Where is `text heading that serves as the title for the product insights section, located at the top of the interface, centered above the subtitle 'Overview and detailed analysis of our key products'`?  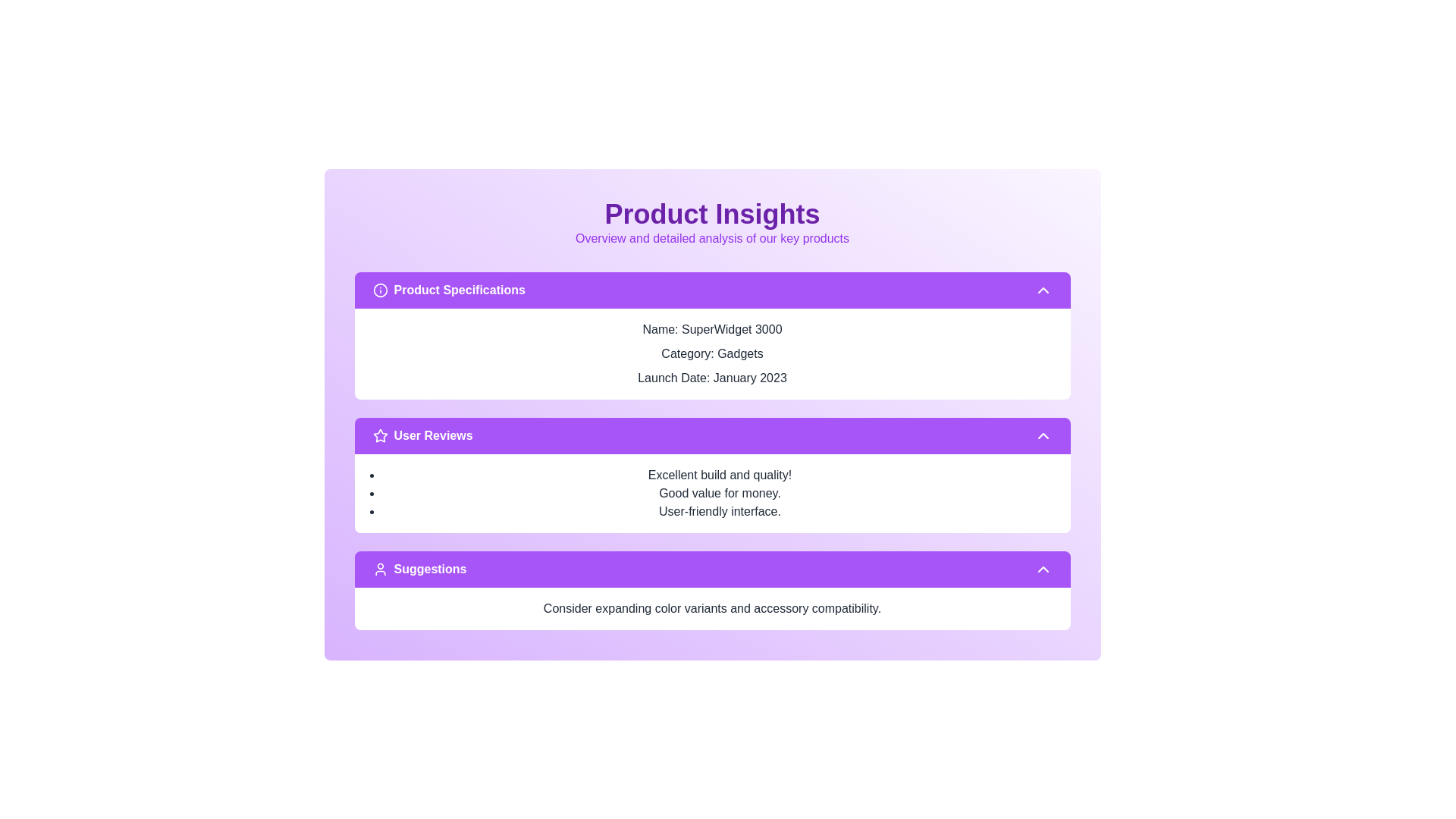 text heading that serves as the title for the product insights section, located at the top of the interface, centered above the subtitle 'Overview and detailed analysis of our key products' is located at coordinates (711, 214).